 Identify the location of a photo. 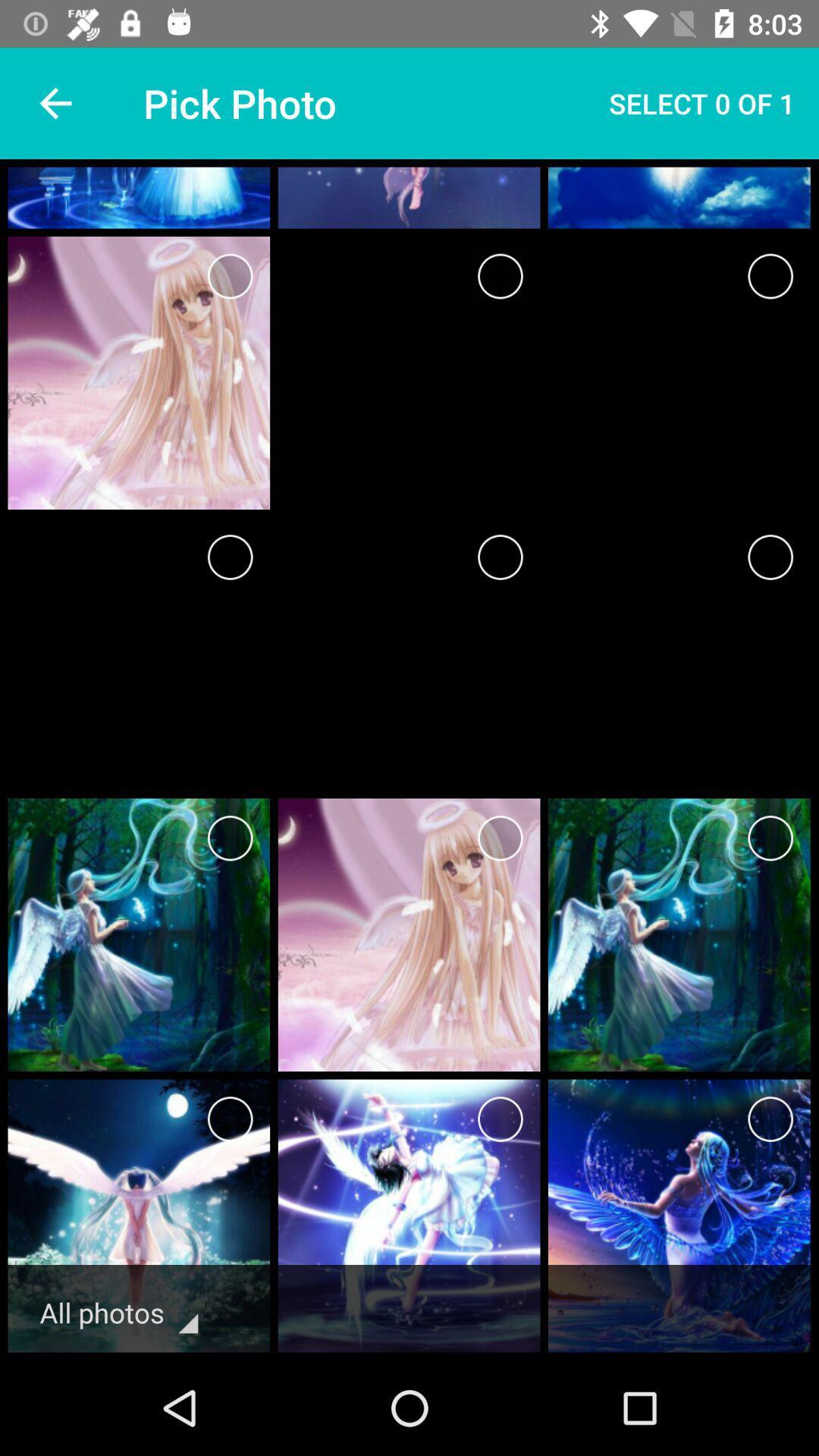
(770, 1119).